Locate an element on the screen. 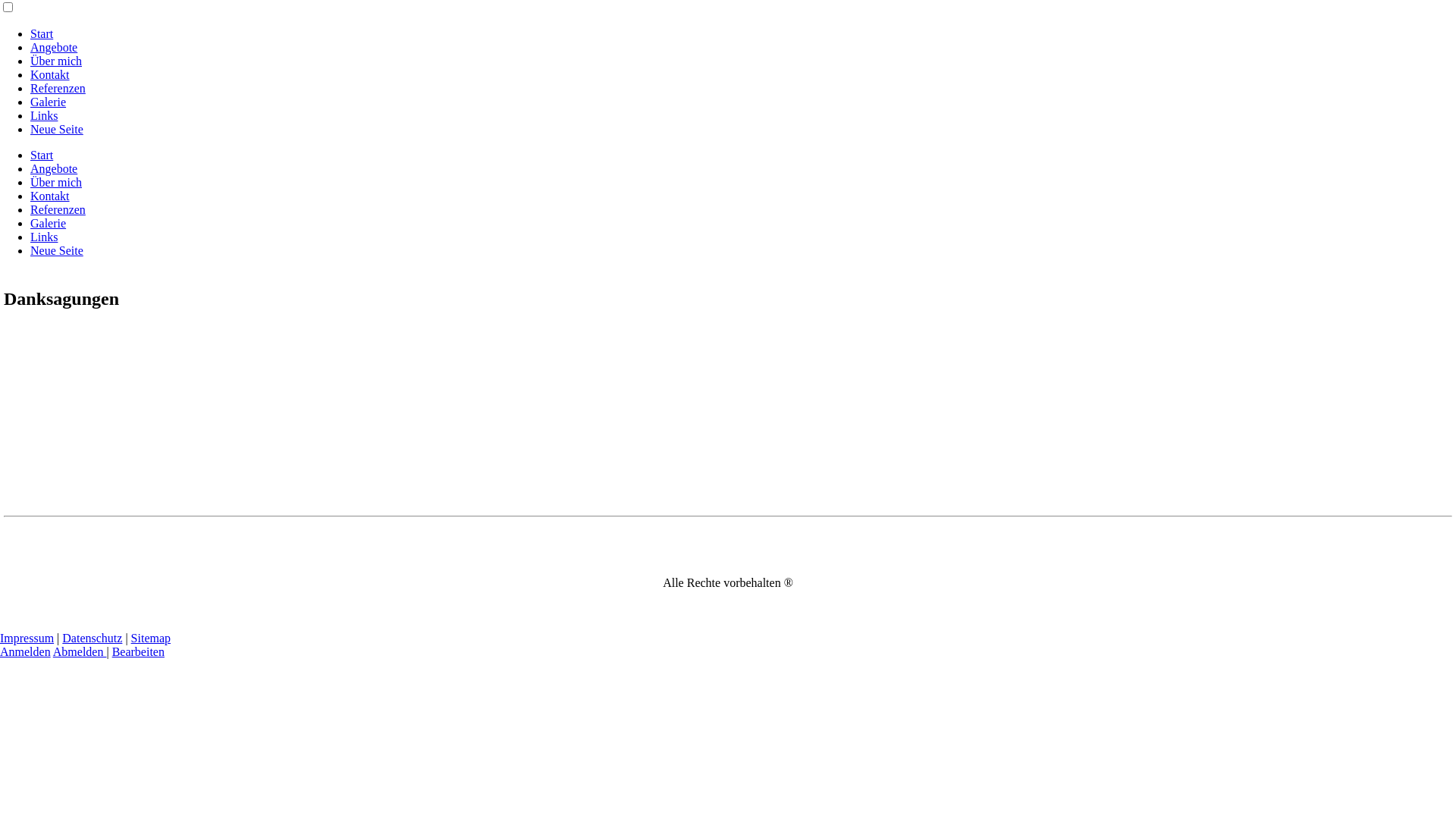 The height and width of the screenshot is (819, 1456). 'Start' is located at coordinates (41, 155).